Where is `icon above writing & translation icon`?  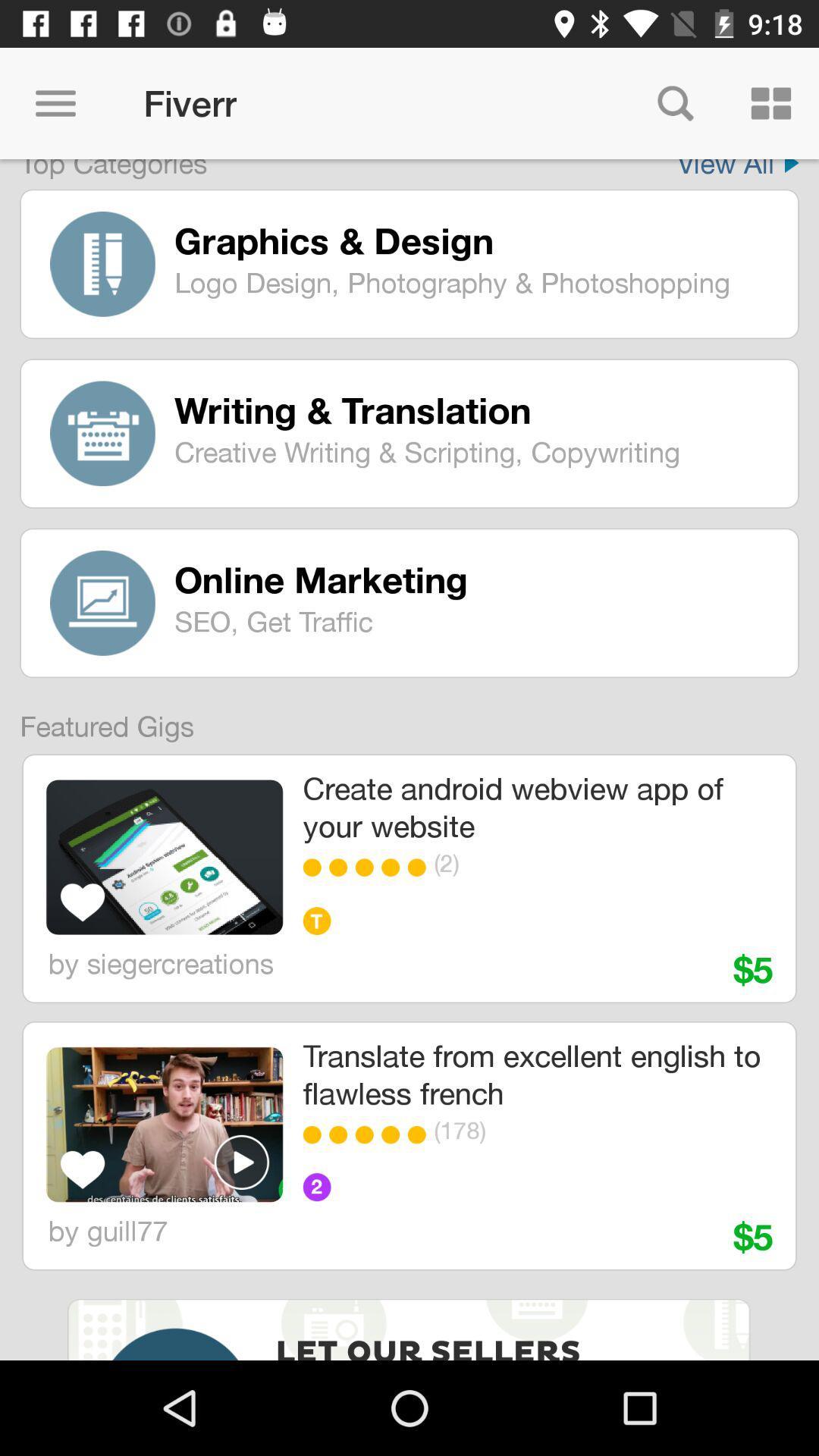 icon above writing & translation icon is located at coordinates (475, 282).